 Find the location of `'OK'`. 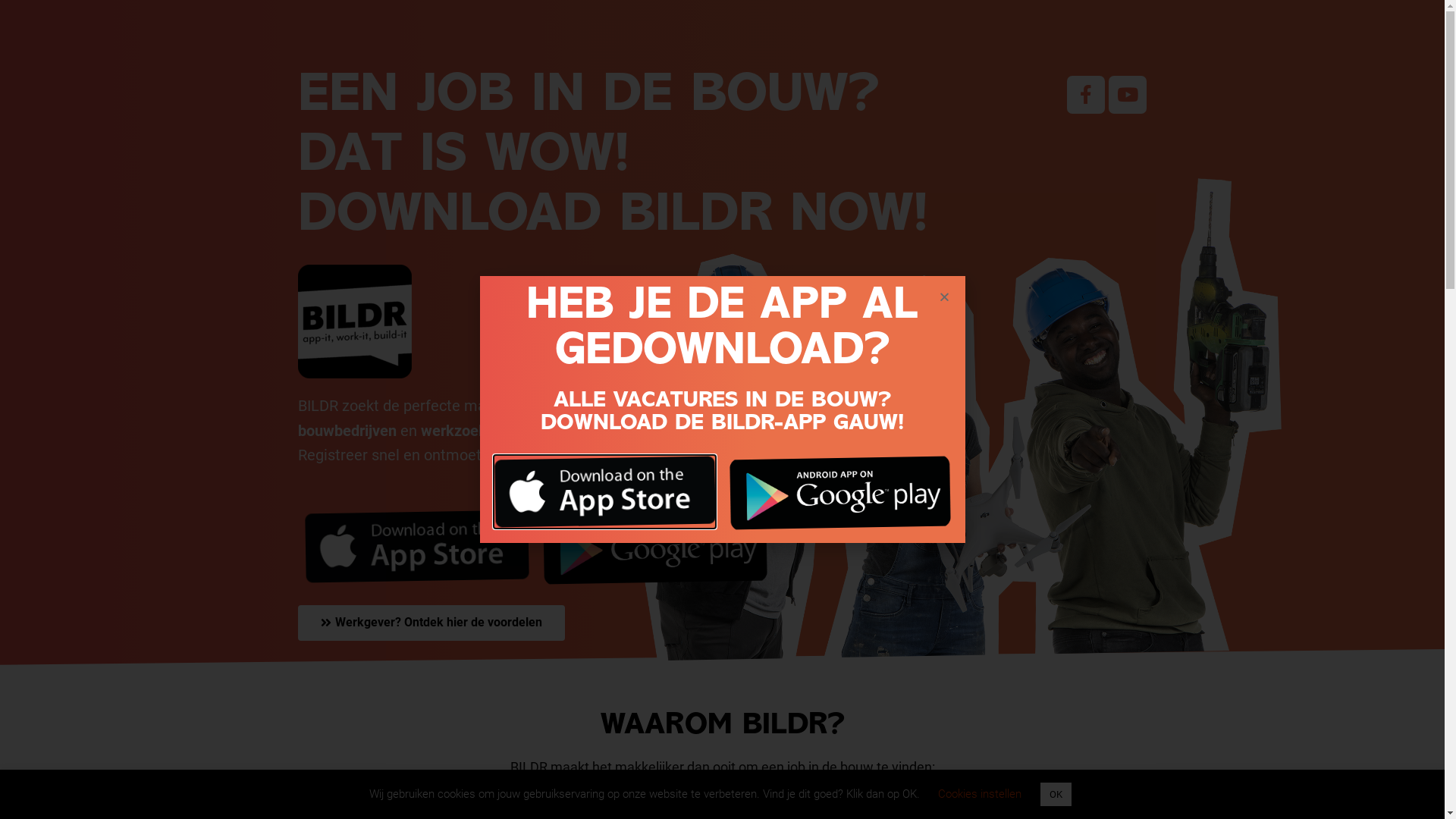

'OK' is located at coordinates (1055, 793).